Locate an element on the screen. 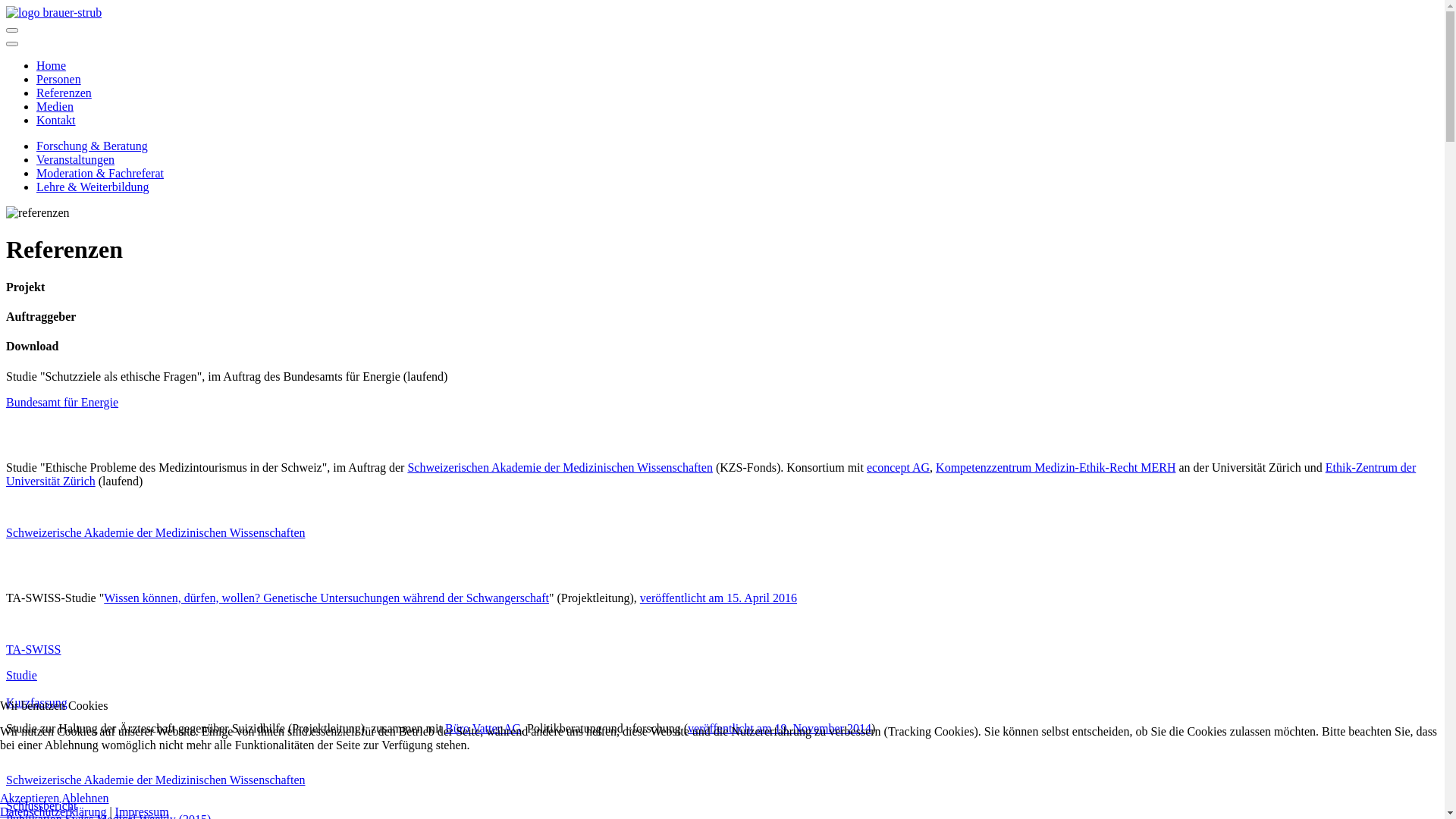 This screenshot has width=1456, height=819. 'Akzeptieren' is located at coordinates (29, 797).